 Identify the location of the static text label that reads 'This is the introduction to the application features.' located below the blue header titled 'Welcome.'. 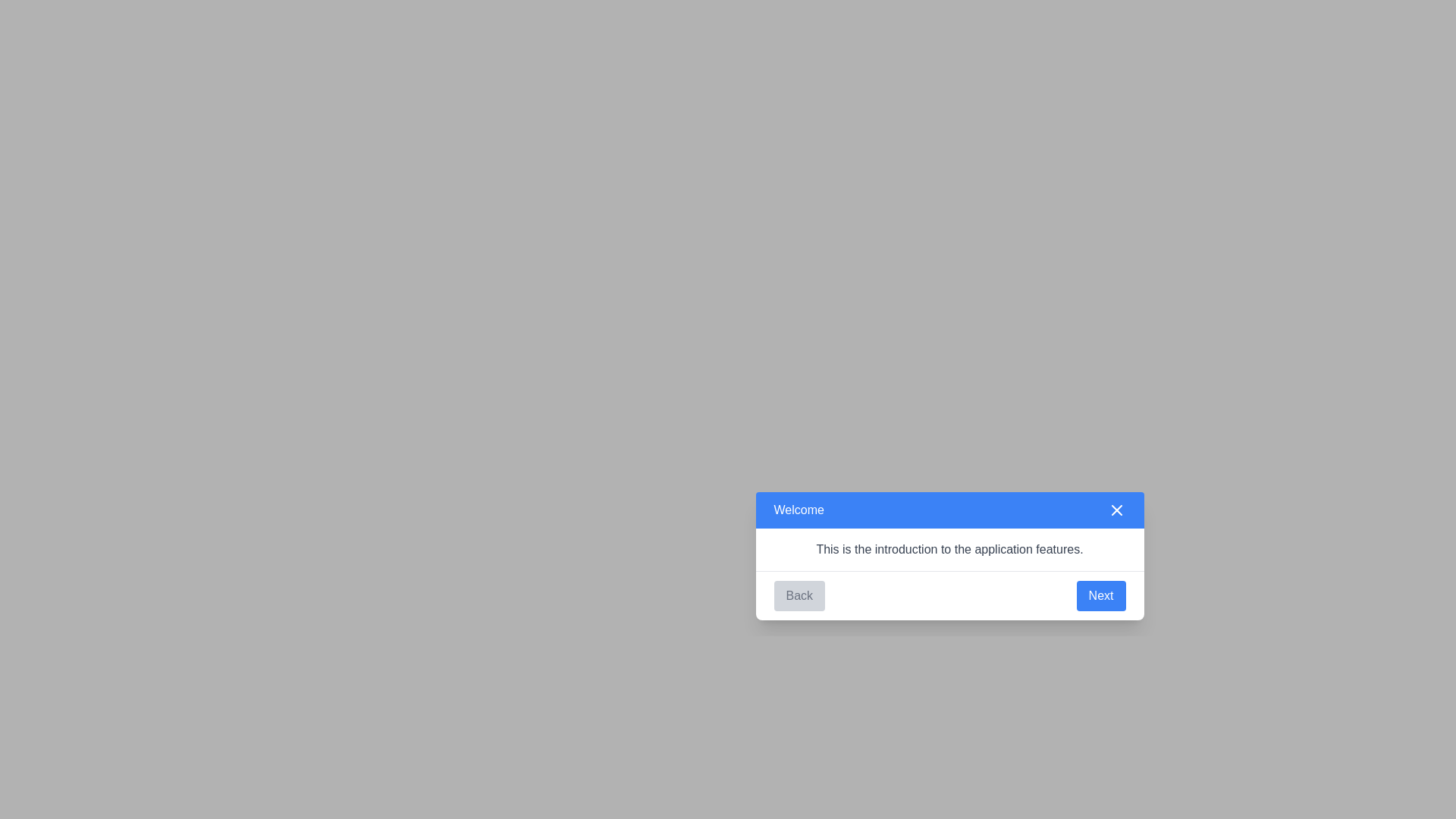
(949, 549).